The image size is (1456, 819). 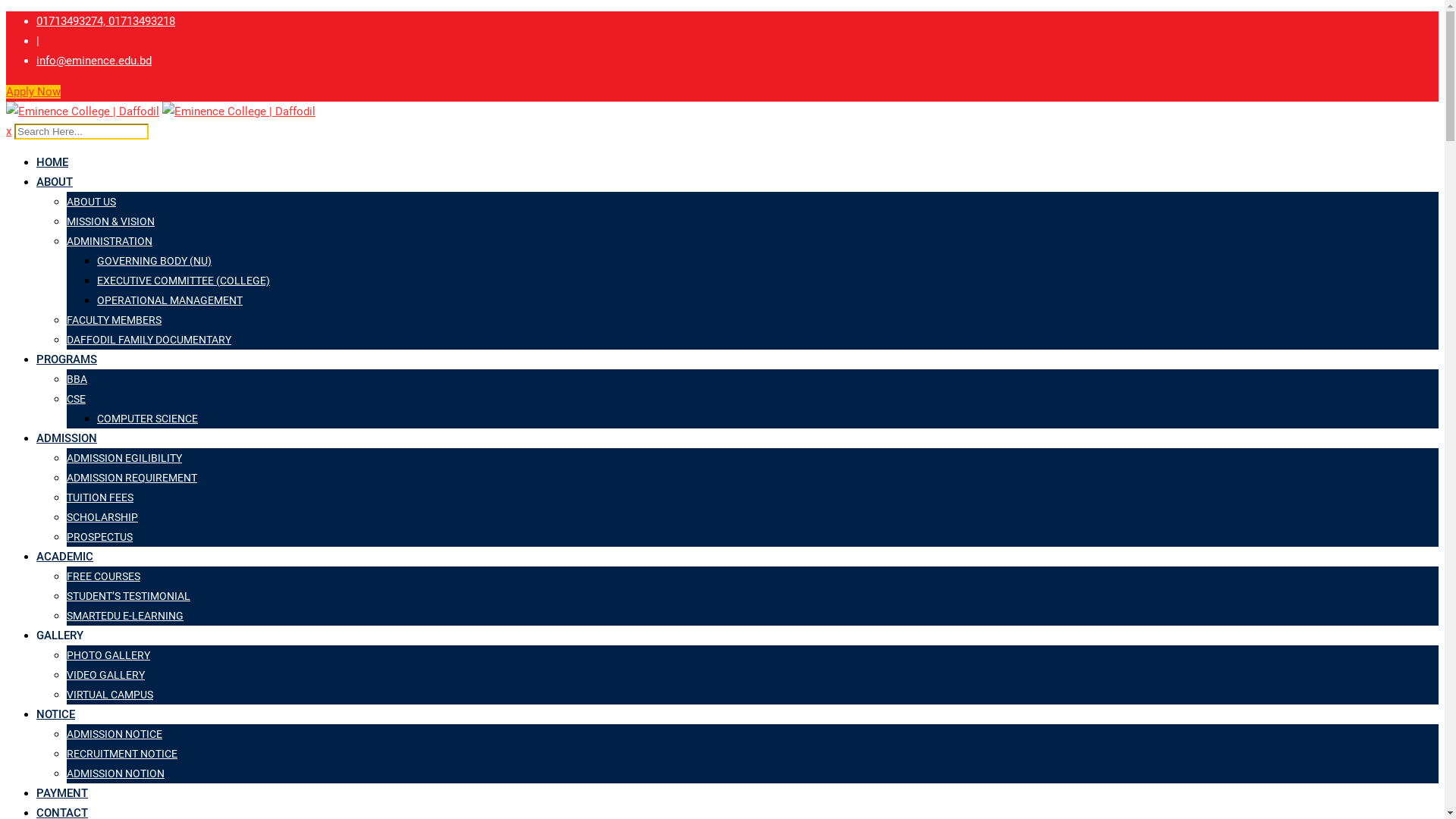 I want to click on 'PAYMENT', so click(x=61, y=792).